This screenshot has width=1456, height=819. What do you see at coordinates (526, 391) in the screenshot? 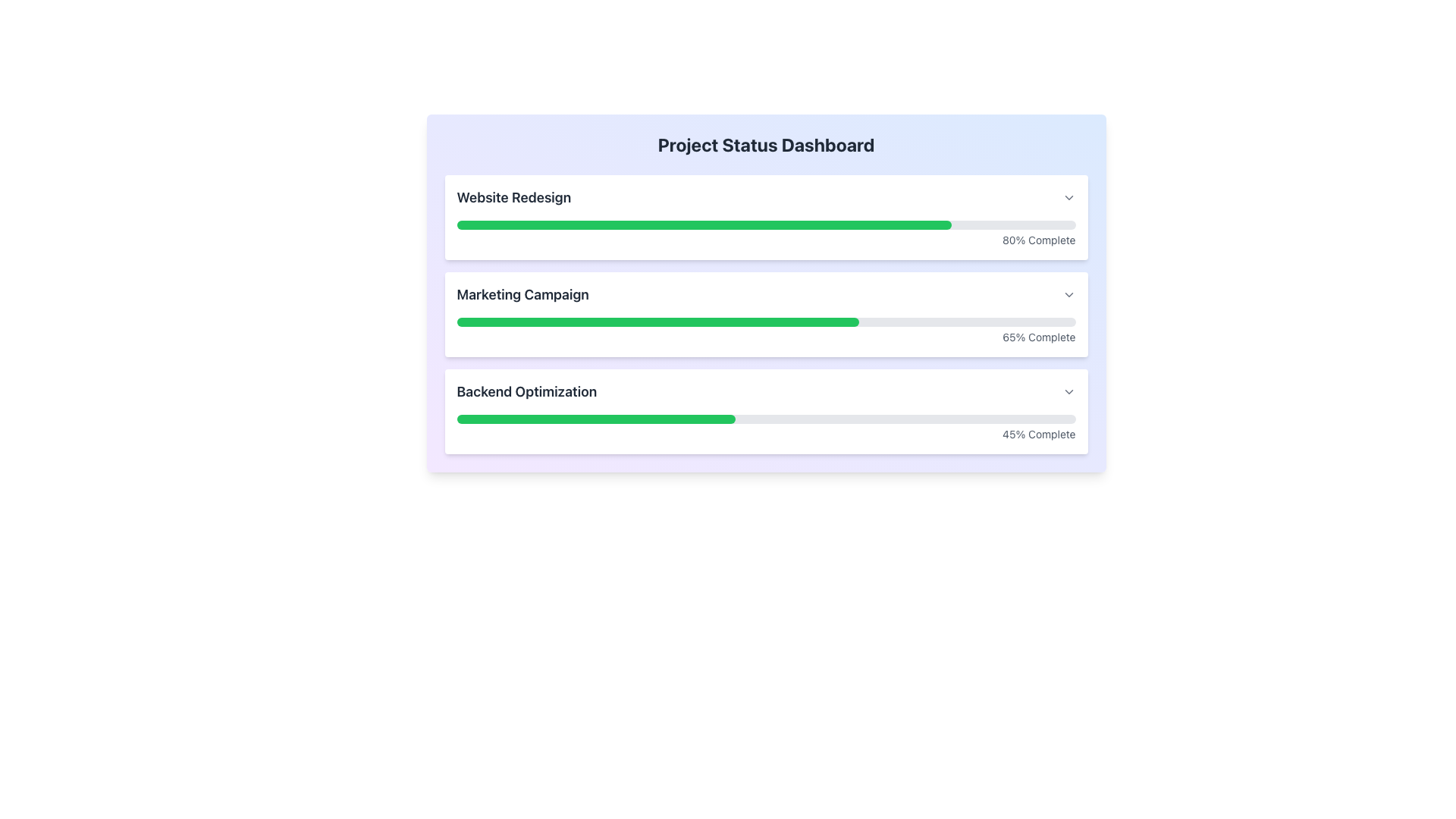
I see `the heading text label displaying 'Backend Optimization', which is styled with a larger font size, bold weight, and dark gray color, located in the third row of a vertically aligned list above a progress bar` at bounding box center [526, 391].